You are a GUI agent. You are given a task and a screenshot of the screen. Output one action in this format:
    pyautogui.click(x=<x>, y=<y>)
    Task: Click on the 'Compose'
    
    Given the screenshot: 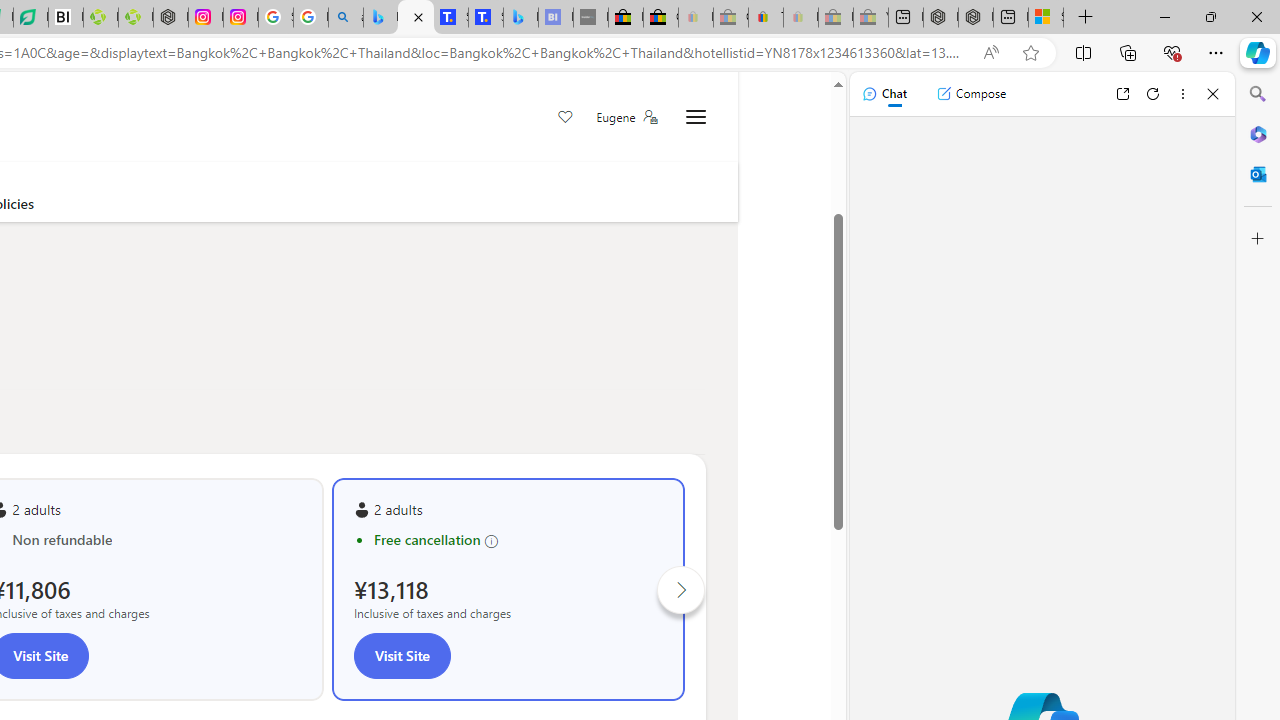 What is the action you would take?
    pyautogui.click(x=971, y=93)
    